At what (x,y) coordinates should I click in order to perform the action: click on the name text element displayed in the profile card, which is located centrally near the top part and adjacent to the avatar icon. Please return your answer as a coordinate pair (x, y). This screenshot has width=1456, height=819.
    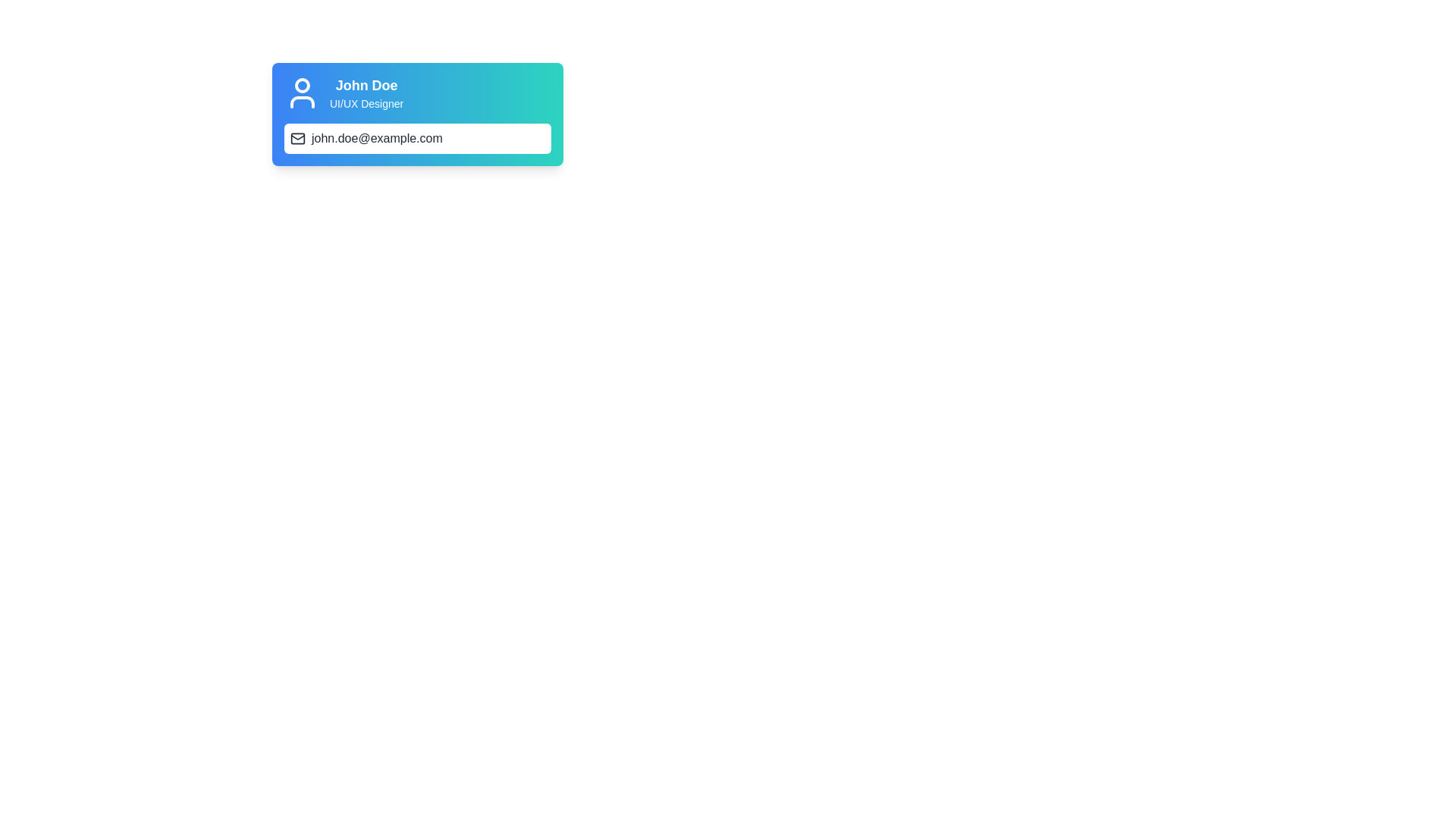
    Looking at the image, I should click on (366, 85).